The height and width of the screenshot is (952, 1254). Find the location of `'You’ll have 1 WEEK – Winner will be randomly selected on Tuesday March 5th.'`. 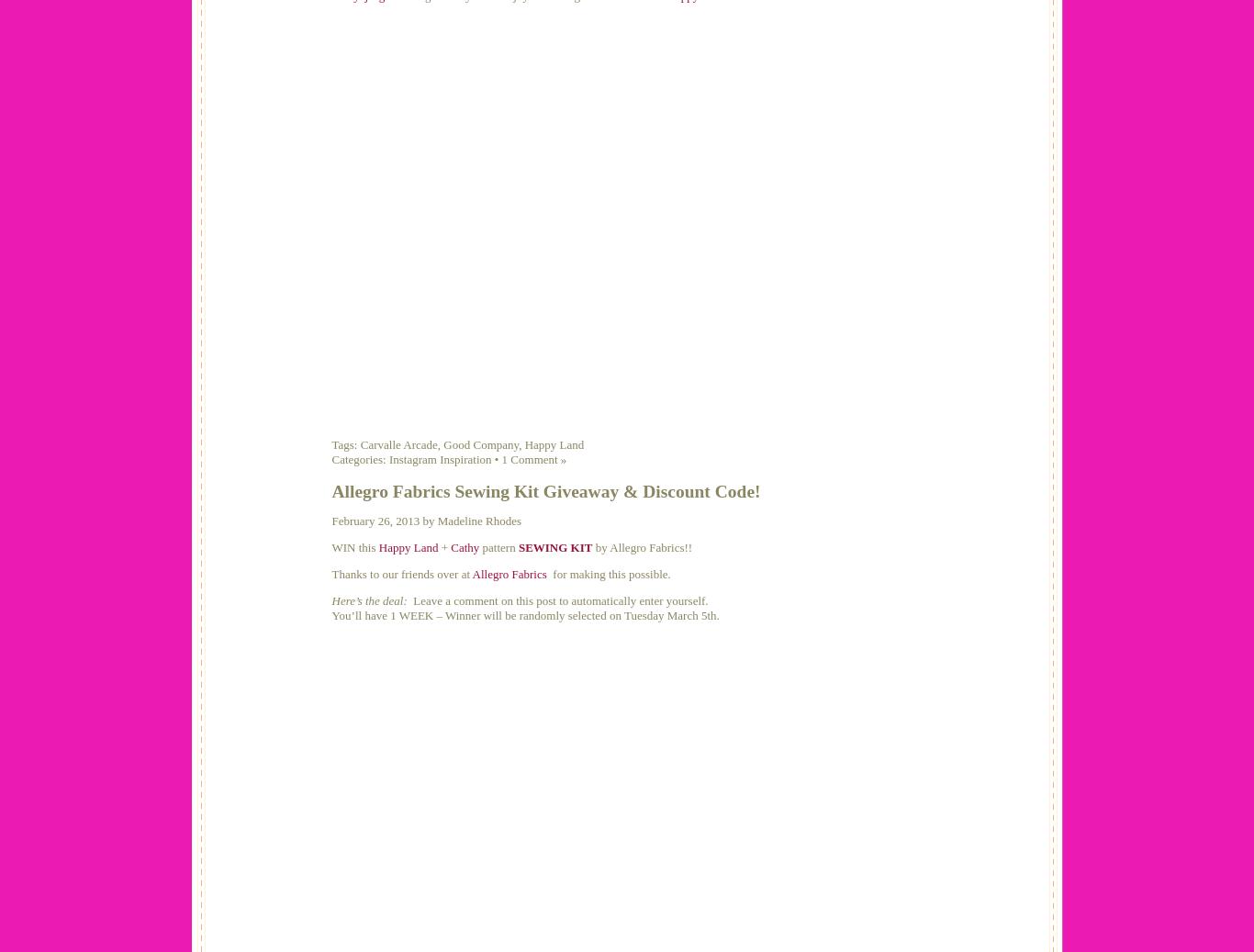

'You’ll have 1 WEEK – Winner will be randomly selected on Tuesday March 5th.' is located at coordinates (523, 614).